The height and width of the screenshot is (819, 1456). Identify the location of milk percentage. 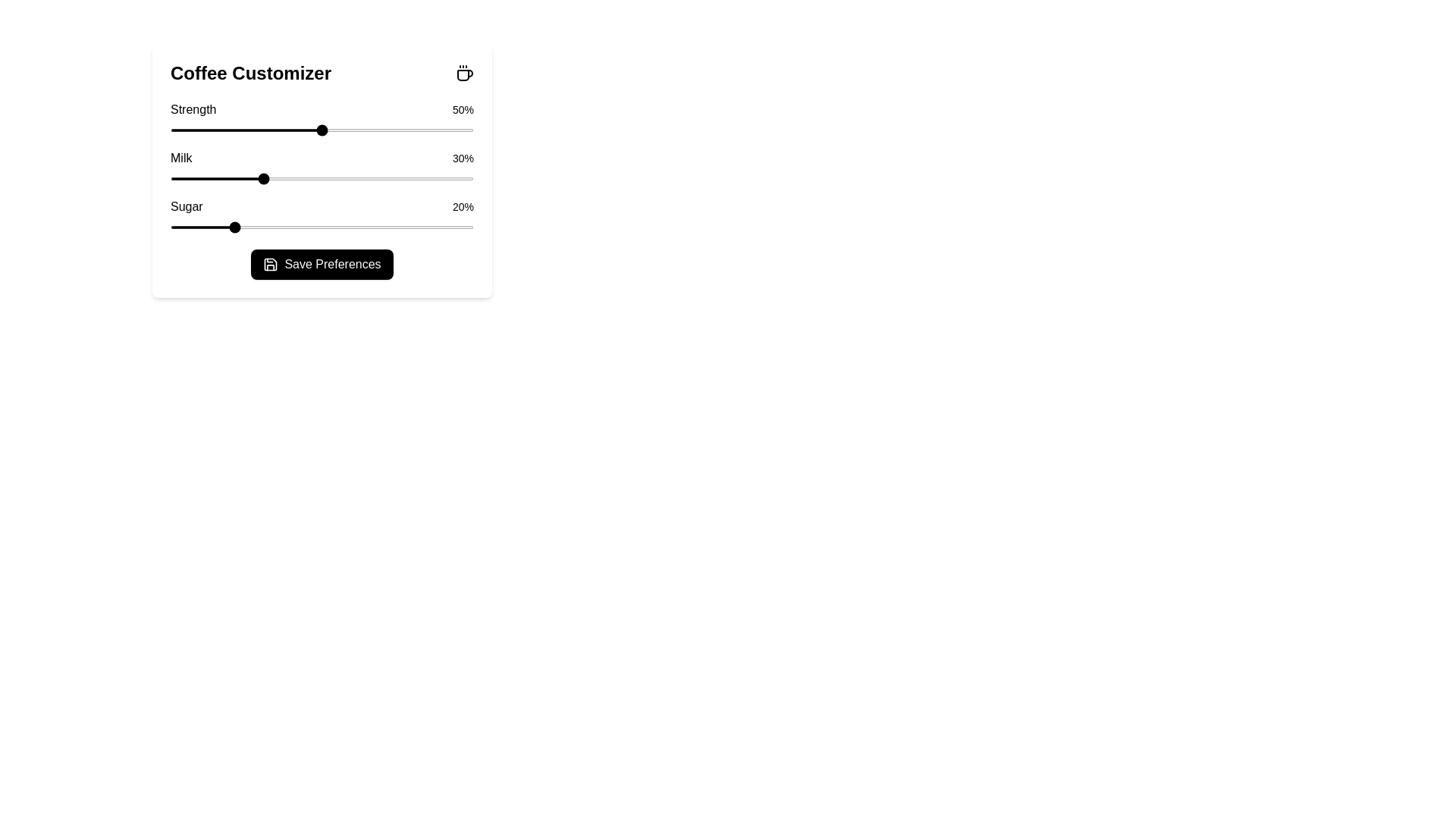
(199, 177).